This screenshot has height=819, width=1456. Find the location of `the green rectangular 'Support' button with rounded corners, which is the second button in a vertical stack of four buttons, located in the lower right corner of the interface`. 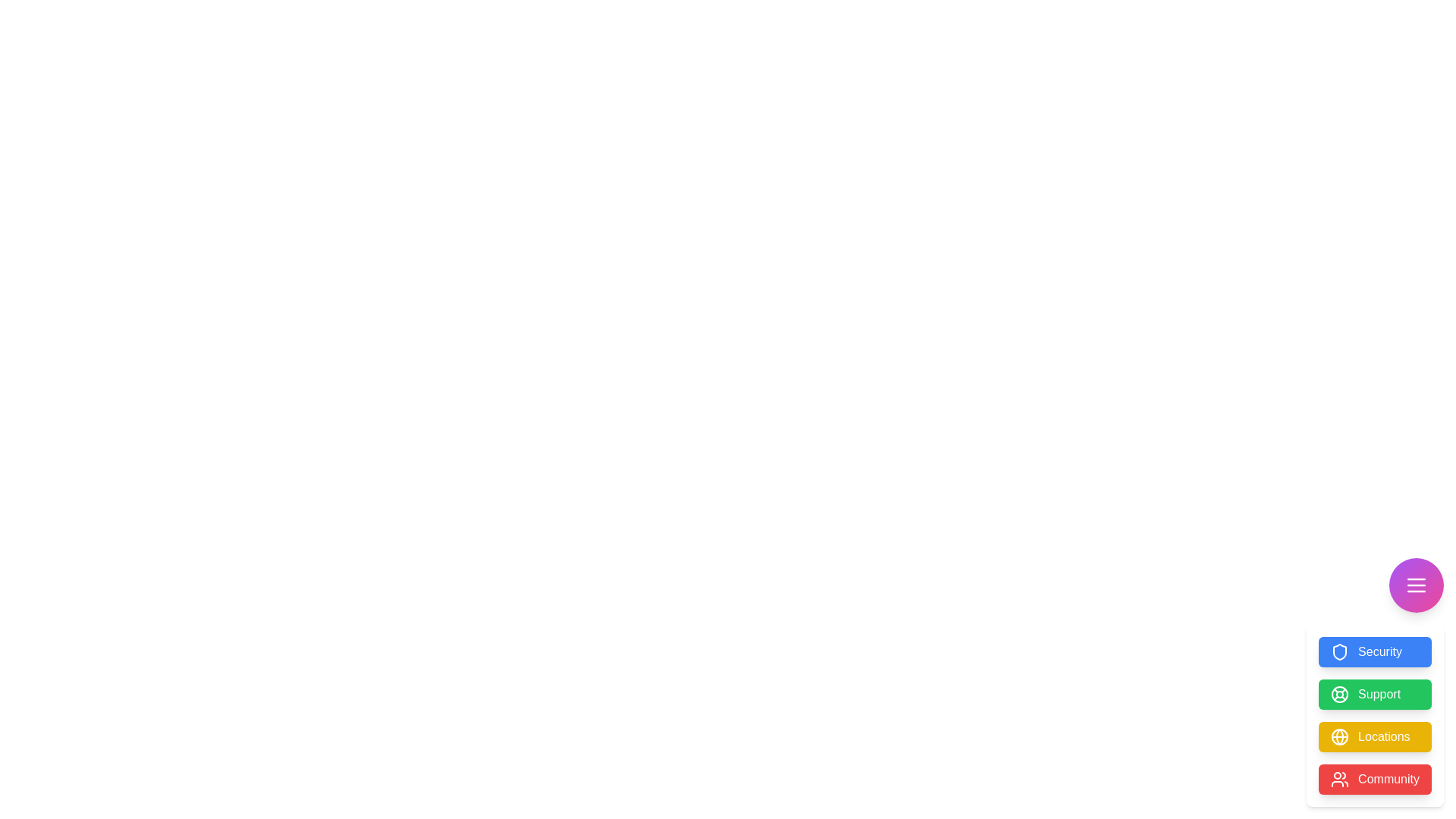

the green rectangular 'Support' button with rounded corners, which is the second button in a vertical stack of four buttons, located in the lower right corner of the interface is located at coordinates (1379, 694).